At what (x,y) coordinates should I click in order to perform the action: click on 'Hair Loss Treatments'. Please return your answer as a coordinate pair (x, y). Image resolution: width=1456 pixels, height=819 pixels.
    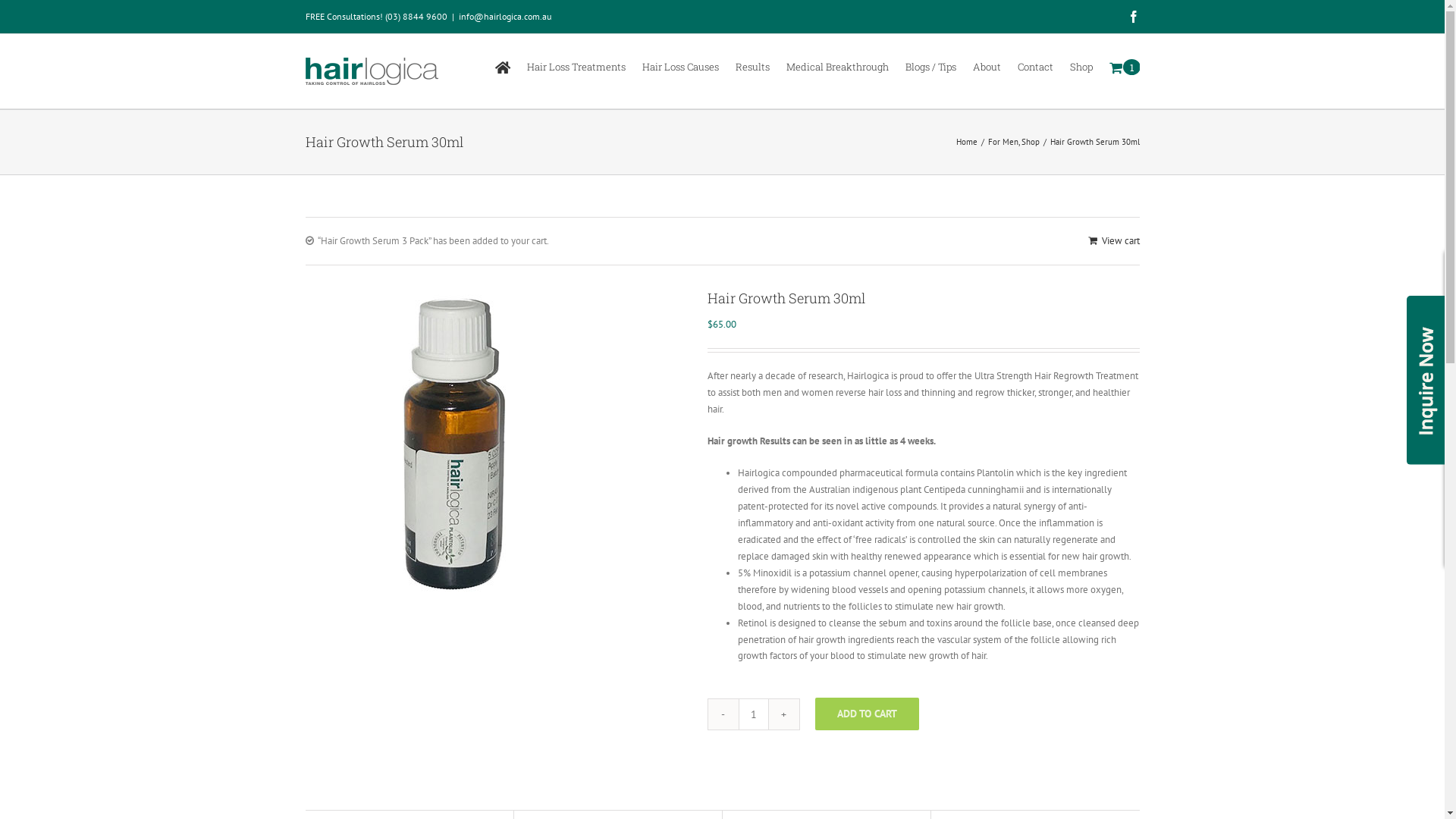
    Looking at the image, I should click on (526, 65).